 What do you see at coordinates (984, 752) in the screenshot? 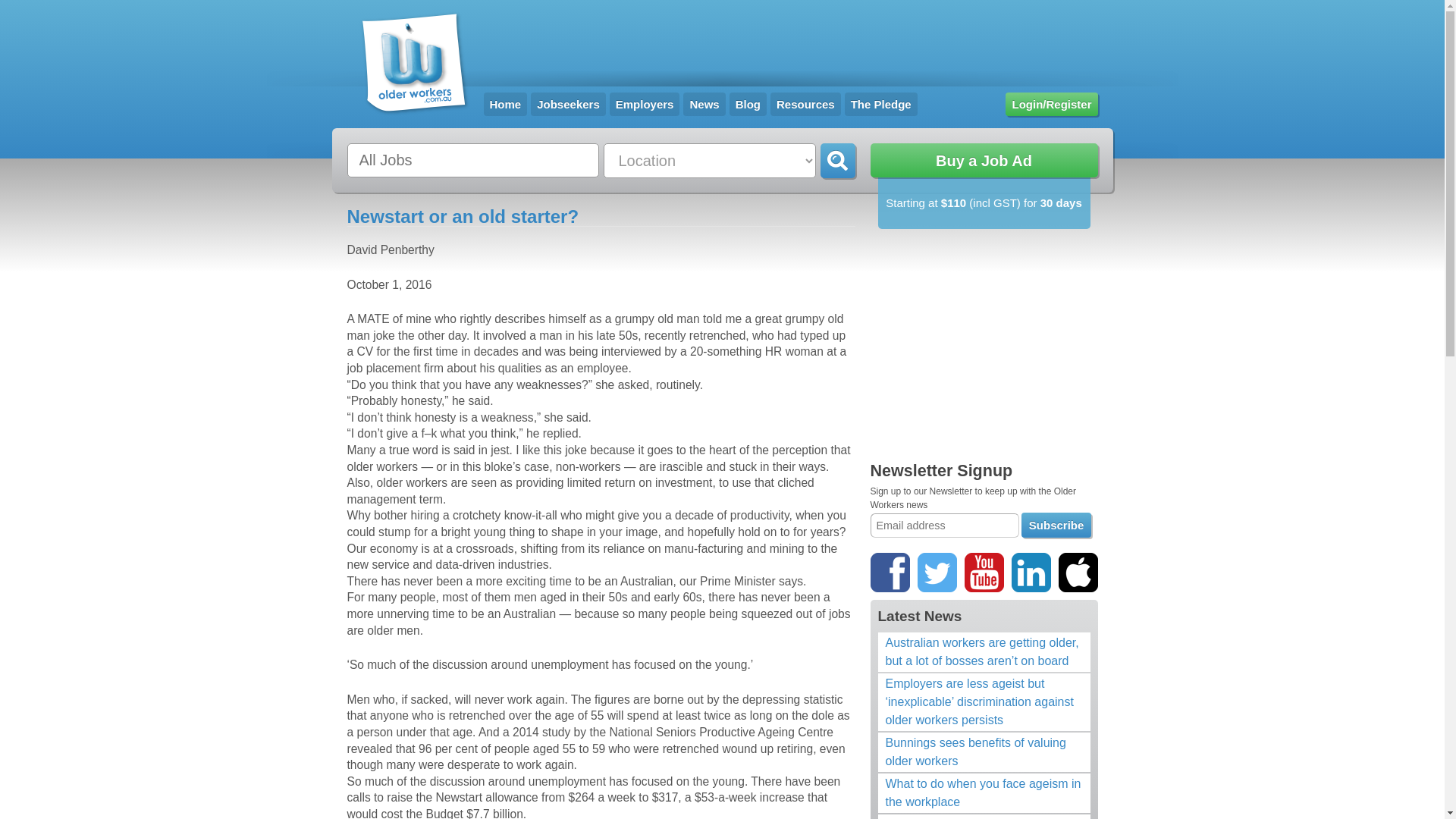
I see `'Bunnings sees benefits of valuing older workers'` at bounding box center [984, 752].